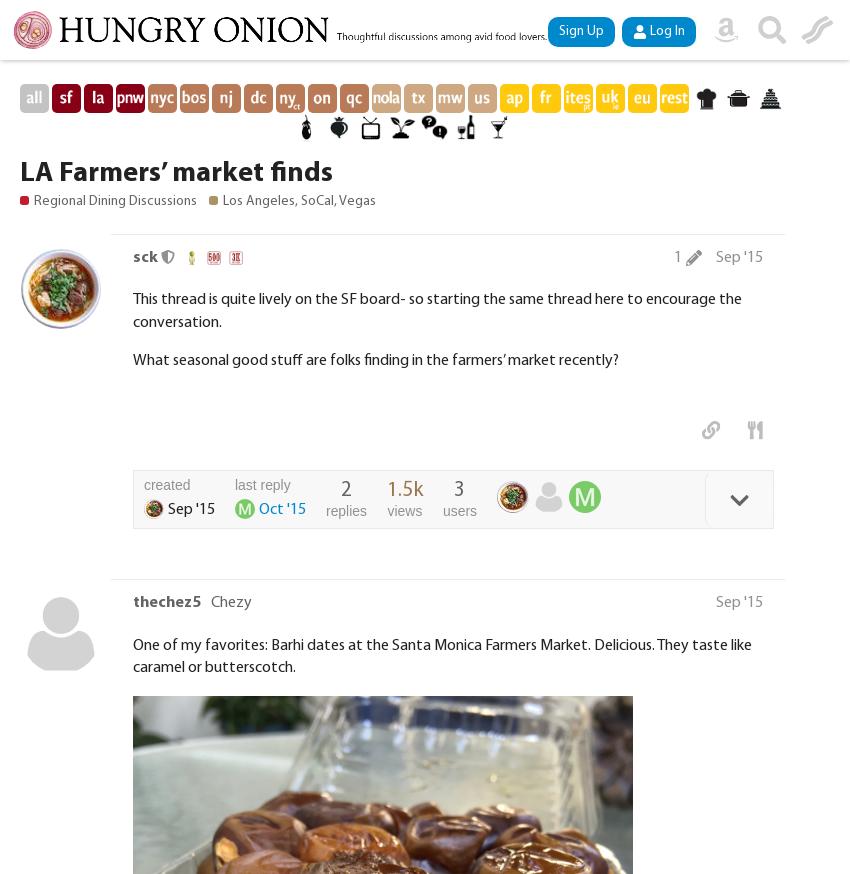  Describe the element at coordinates (436, 309) in the screenshot. I see `'This thread is quite lively on the SF board- so starting the same thread here to encourage the conversation.'` at that location.